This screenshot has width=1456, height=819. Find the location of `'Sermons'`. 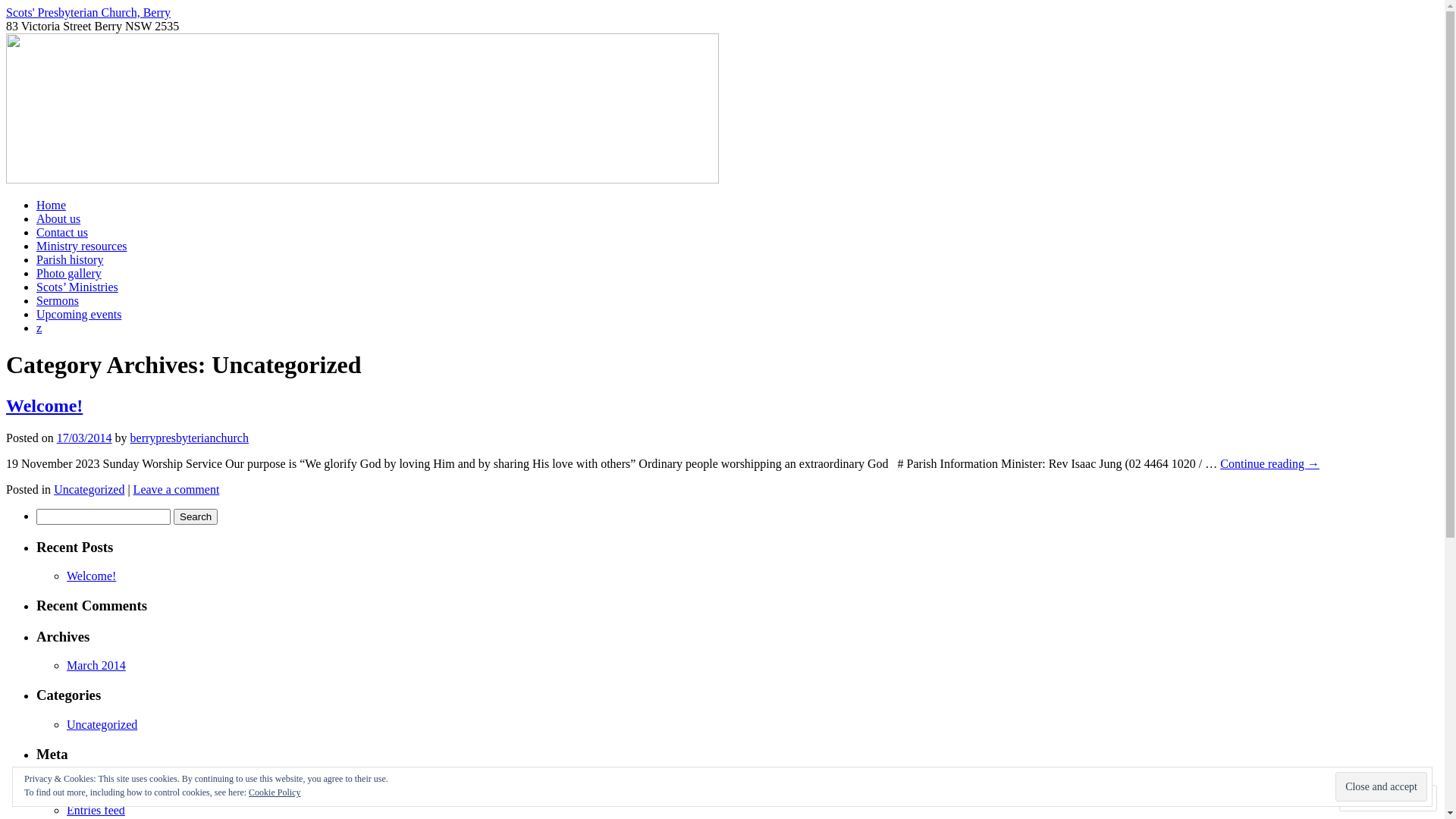

'Sermons' is located at coordinates (36, 300).